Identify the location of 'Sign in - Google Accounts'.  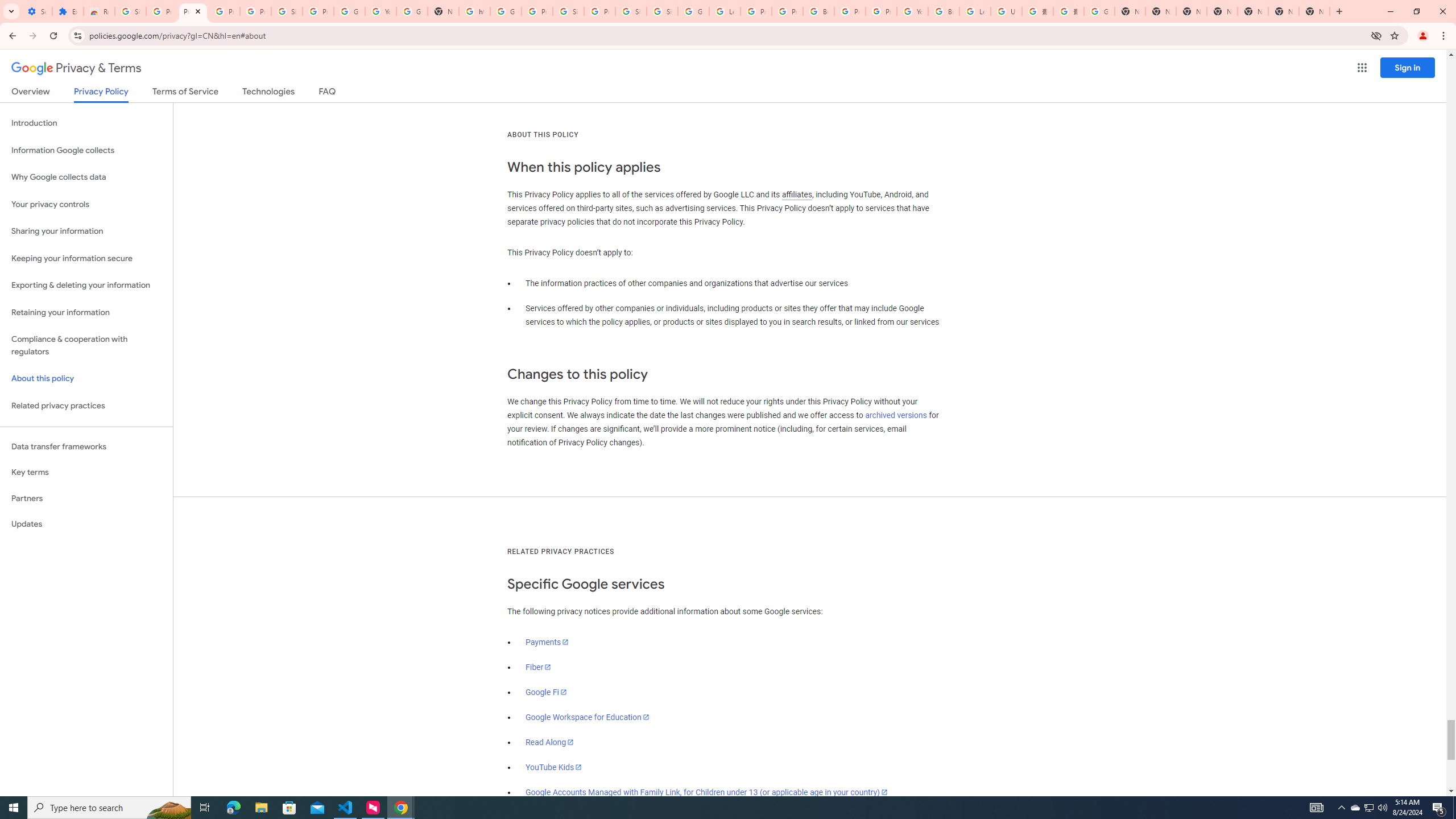
(630, 11).